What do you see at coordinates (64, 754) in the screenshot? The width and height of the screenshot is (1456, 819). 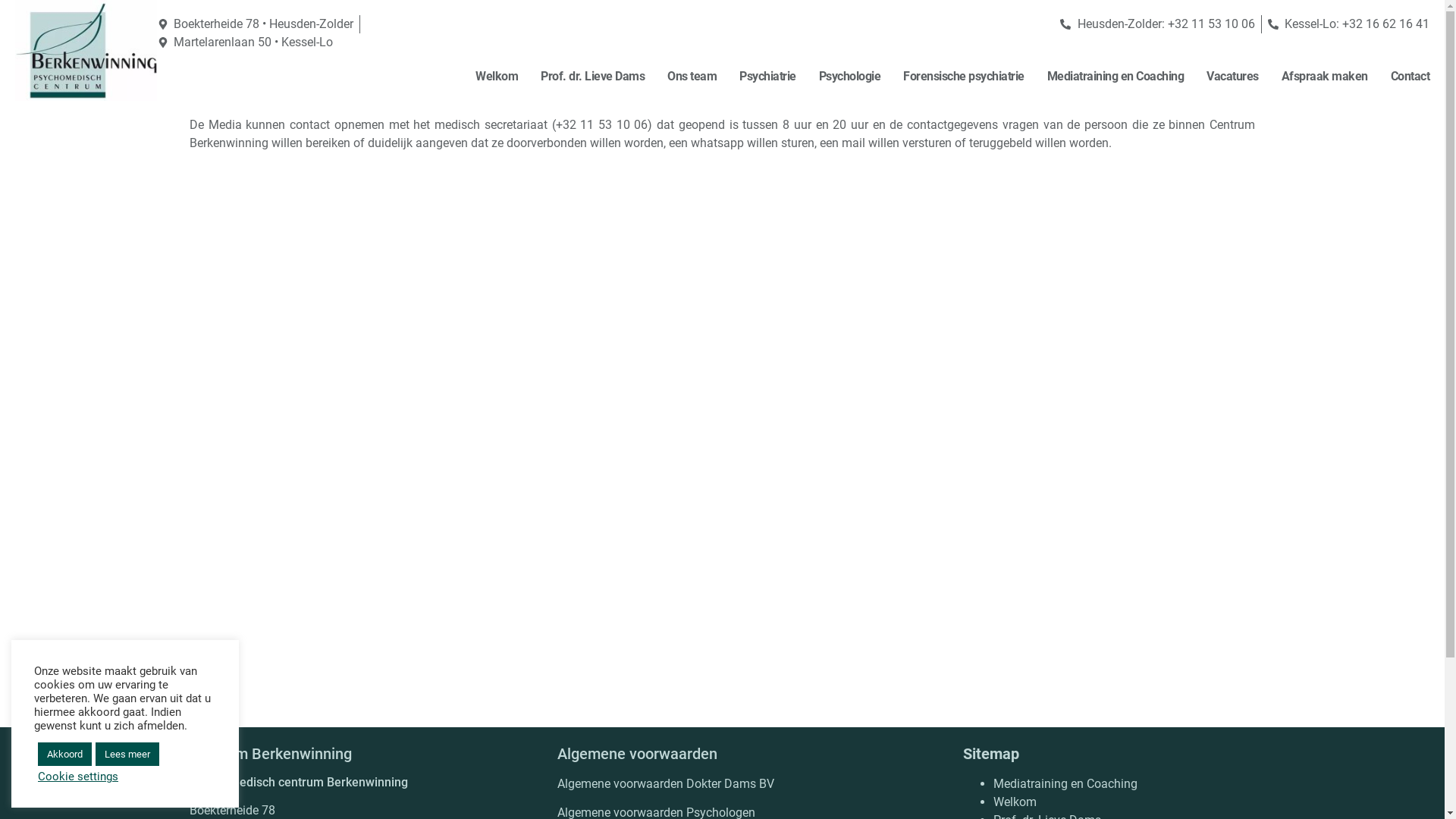 I see `'Akkoord'` at bounding box center [64, 754].